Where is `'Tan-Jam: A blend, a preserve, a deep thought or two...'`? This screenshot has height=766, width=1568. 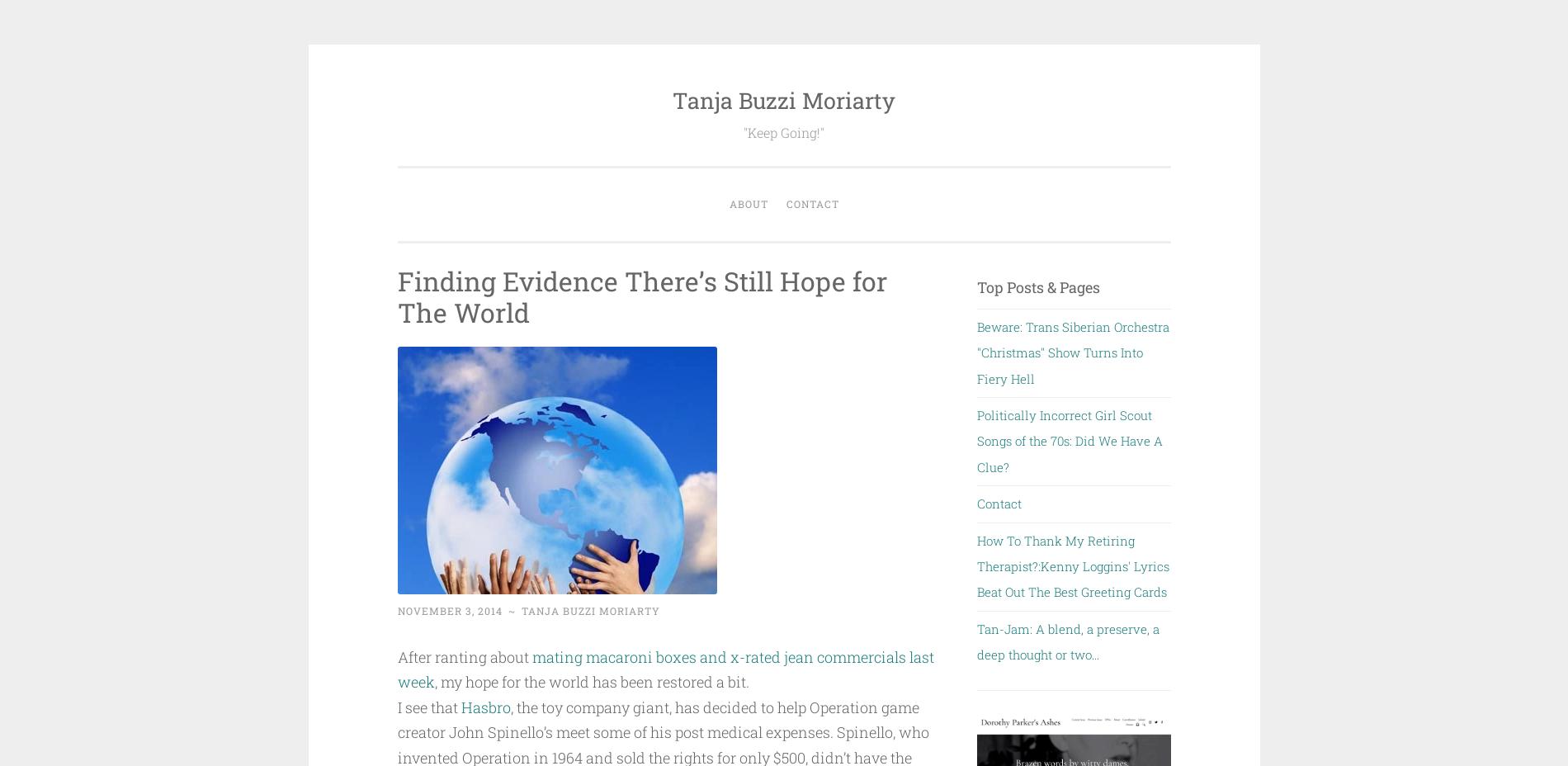 'Tan-Jam: A blend, a preserve, a deep thought or two...' is located at coordinates (1067, 641).